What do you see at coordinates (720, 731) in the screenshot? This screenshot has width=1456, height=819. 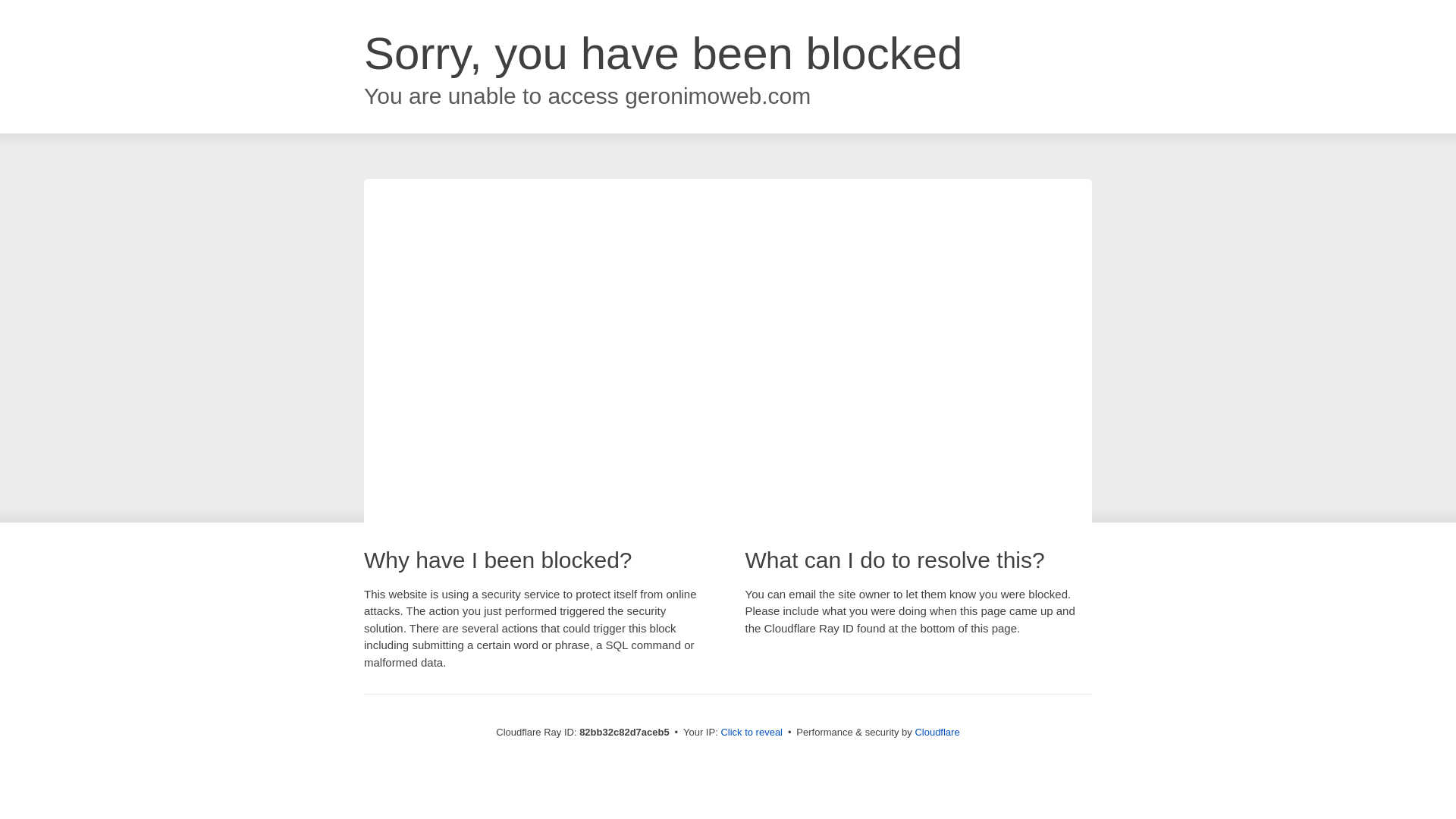 I see `'Click to reveal'` at bounding box center [720, 731].